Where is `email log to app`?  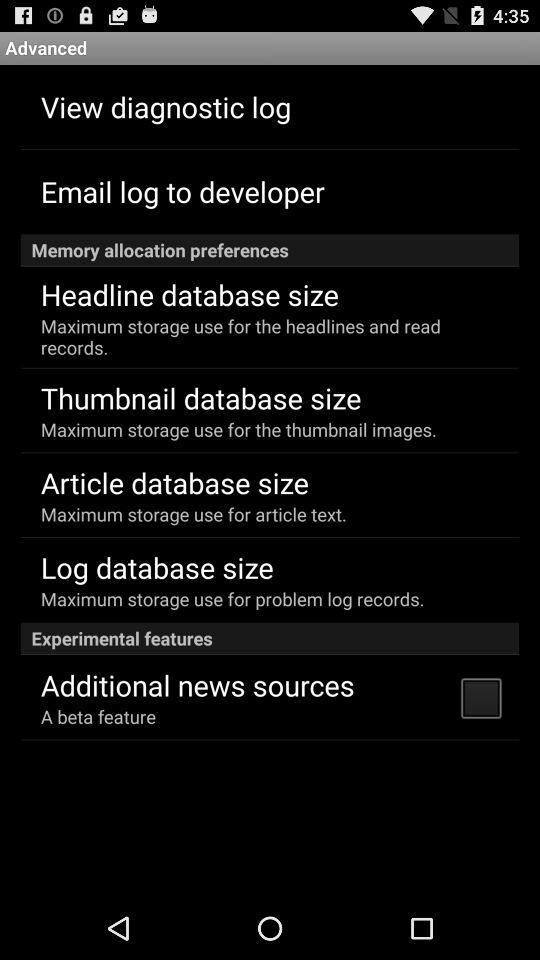 email log to app is located at coordinates (182, 191).